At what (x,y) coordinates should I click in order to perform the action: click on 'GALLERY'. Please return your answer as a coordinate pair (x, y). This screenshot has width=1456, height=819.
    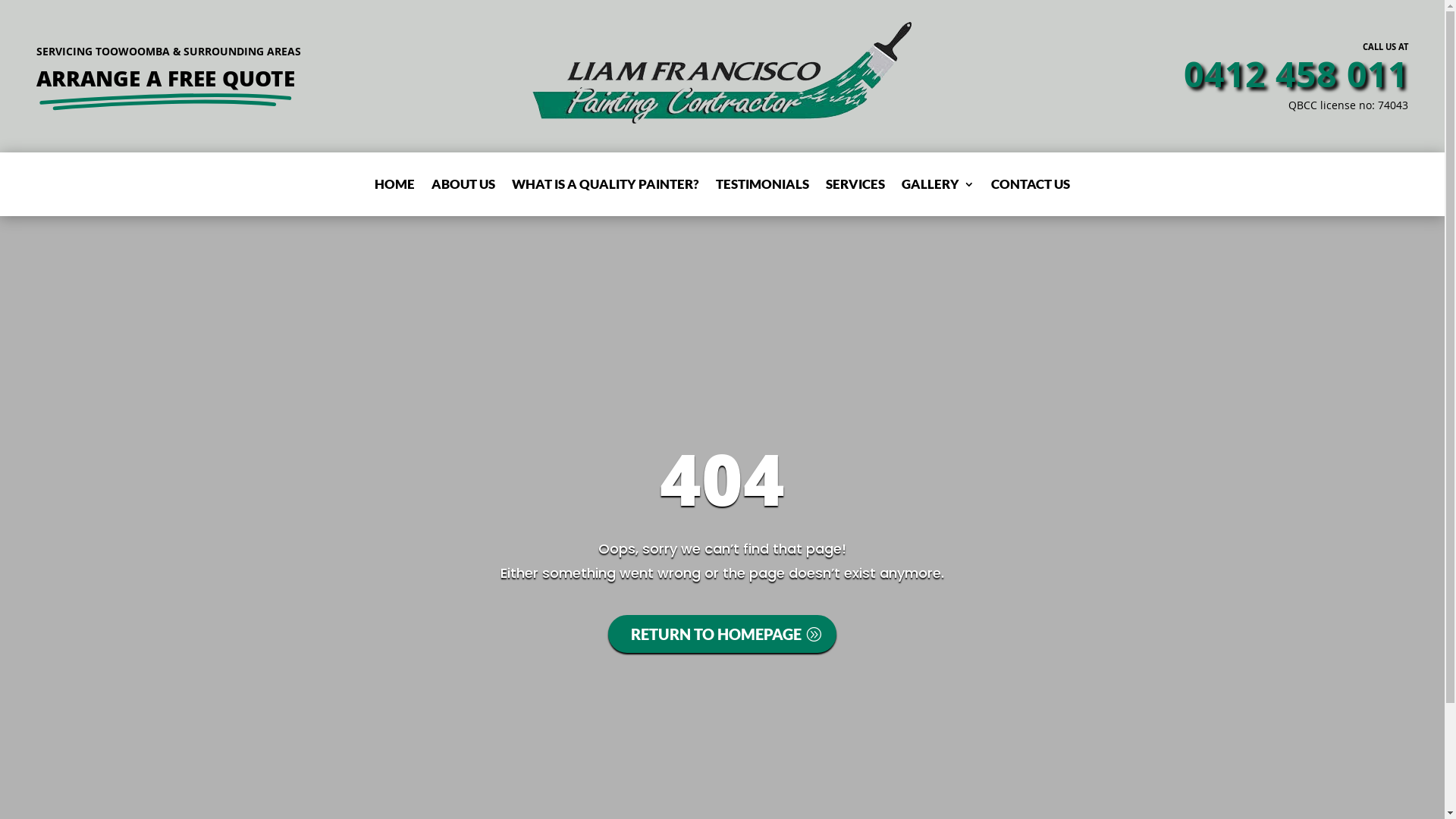
    Looking at the image, I should click on (937, 186).